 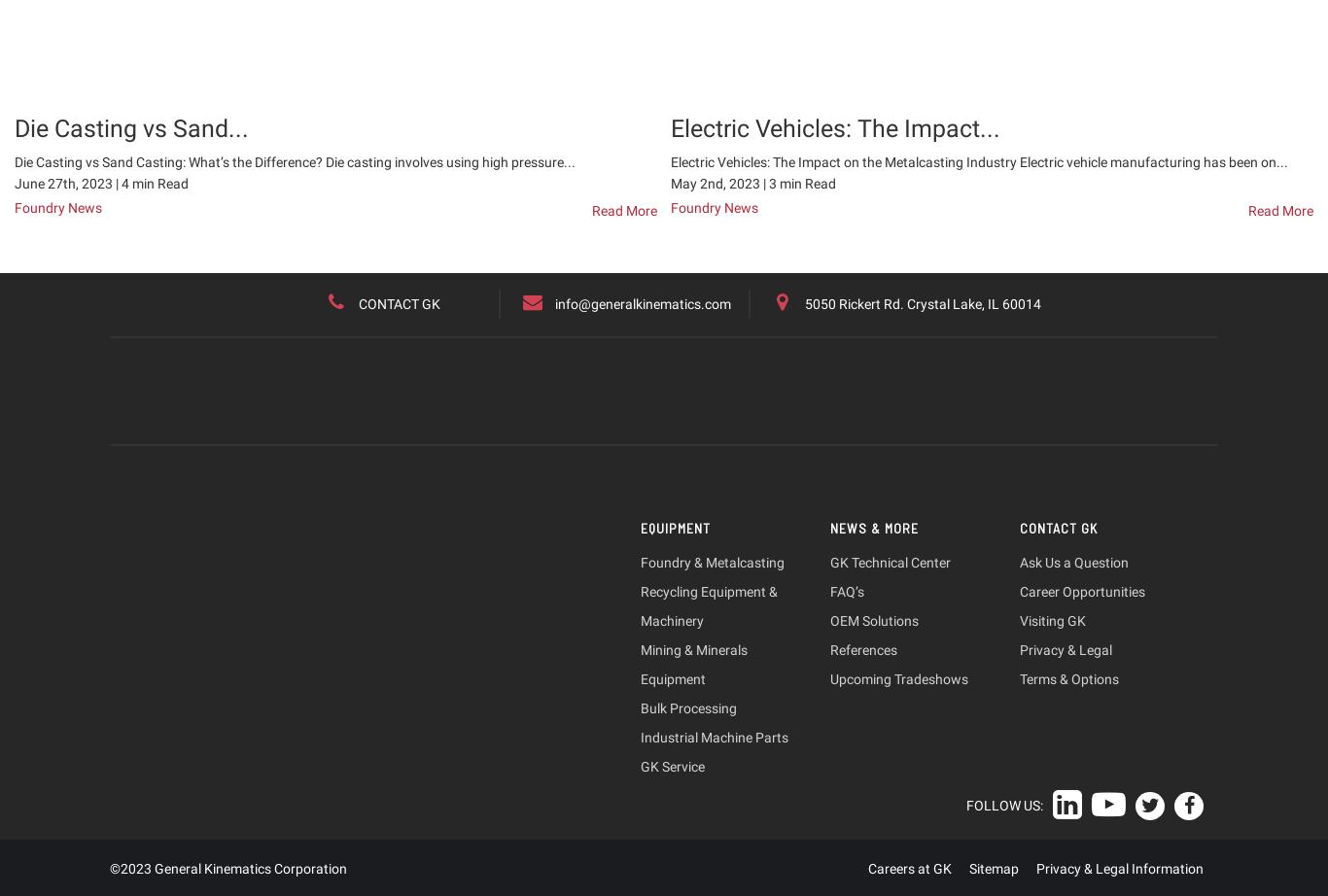 I want to click on '©2023 General Kinematics Corporation', so click(x=227, y=867).